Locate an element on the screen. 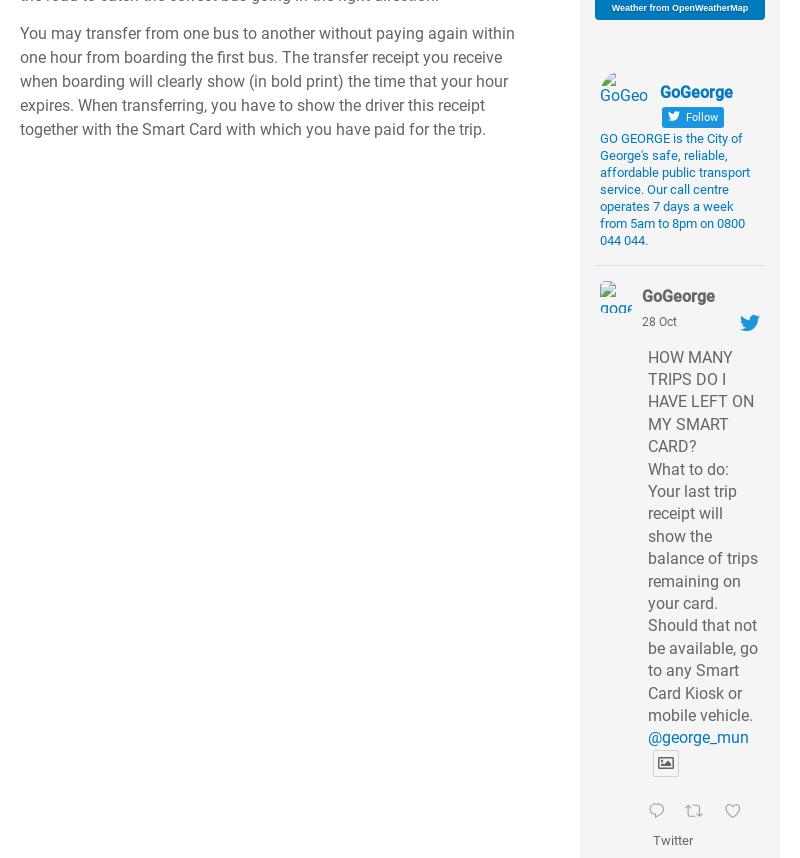 Image resolution: width=800 pixels, height=858 pixels. 'HOW MANY TRIPS DO I HAVE LEFT ON MY SMART CARD?' is located at coordinates (700, 400).